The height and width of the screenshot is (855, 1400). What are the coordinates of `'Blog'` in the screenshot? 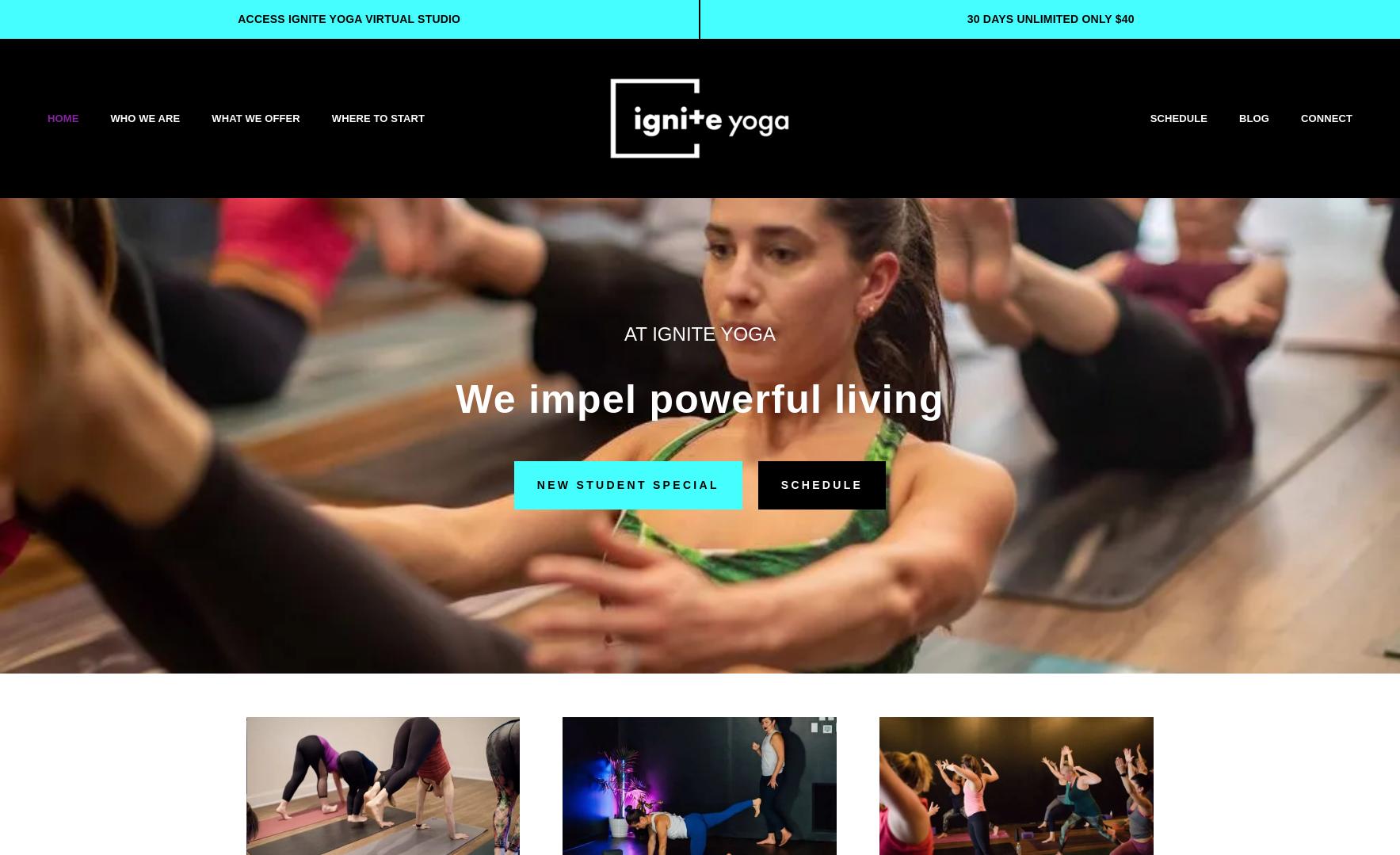 It's located at (1253, 116).